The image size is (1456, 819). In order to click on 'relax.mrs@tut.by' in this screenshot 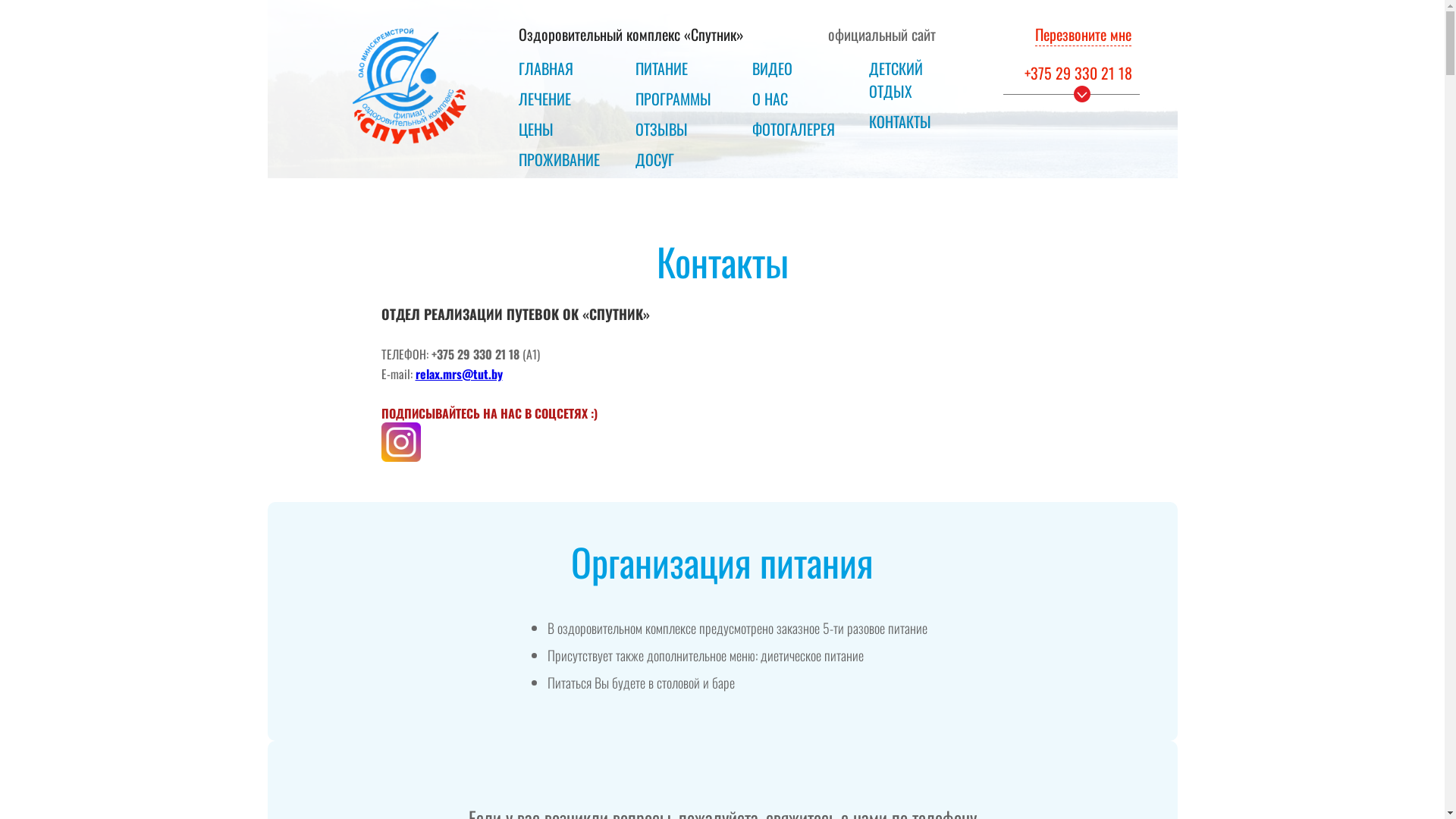, I will do `click(458, 373)`.